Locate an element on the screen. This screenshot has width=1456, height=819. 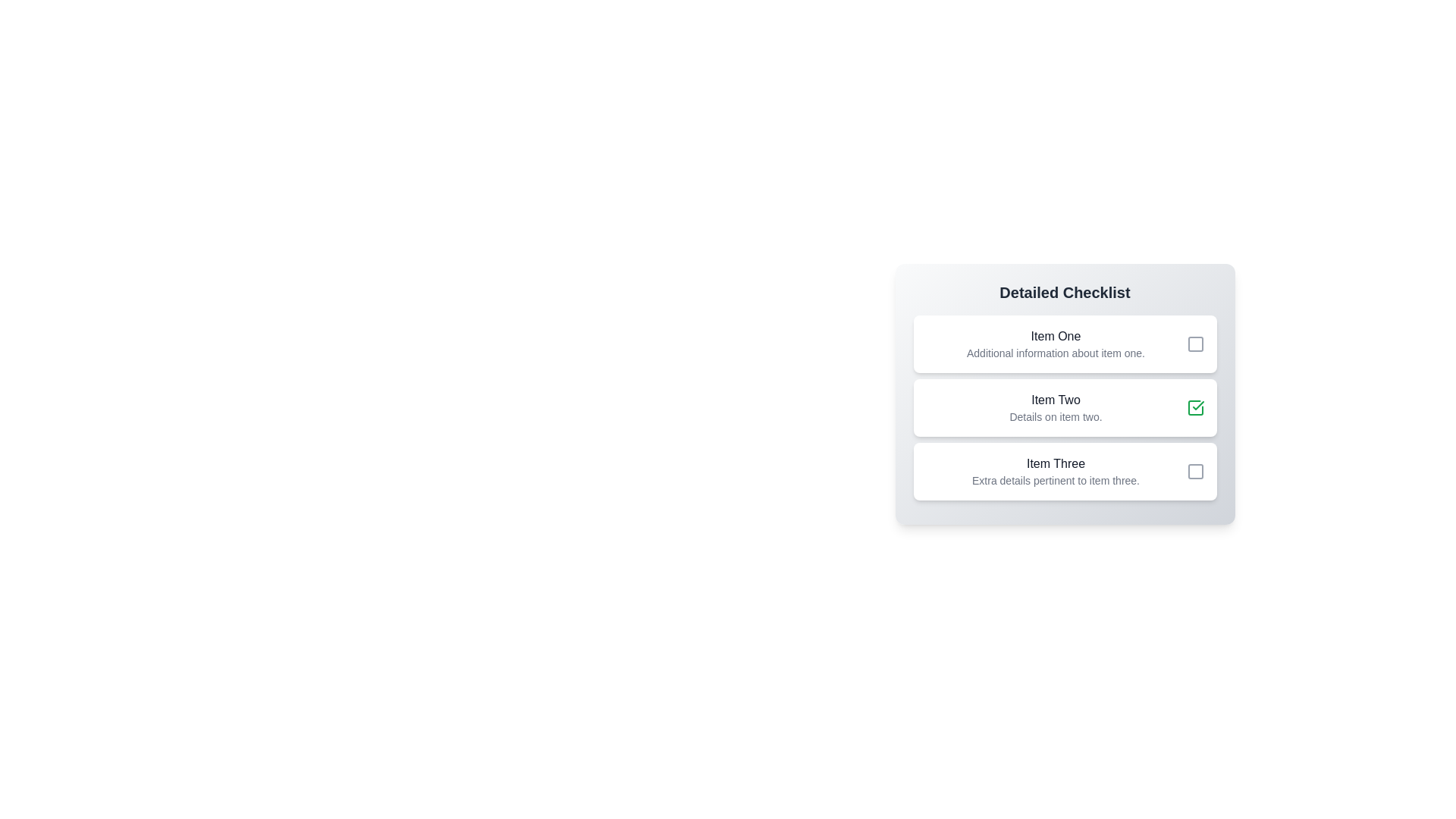
the non-interactive Text Block that describes 'Item Three', located at the bottom of the checklist interface is located at coordinates (1055, 470).